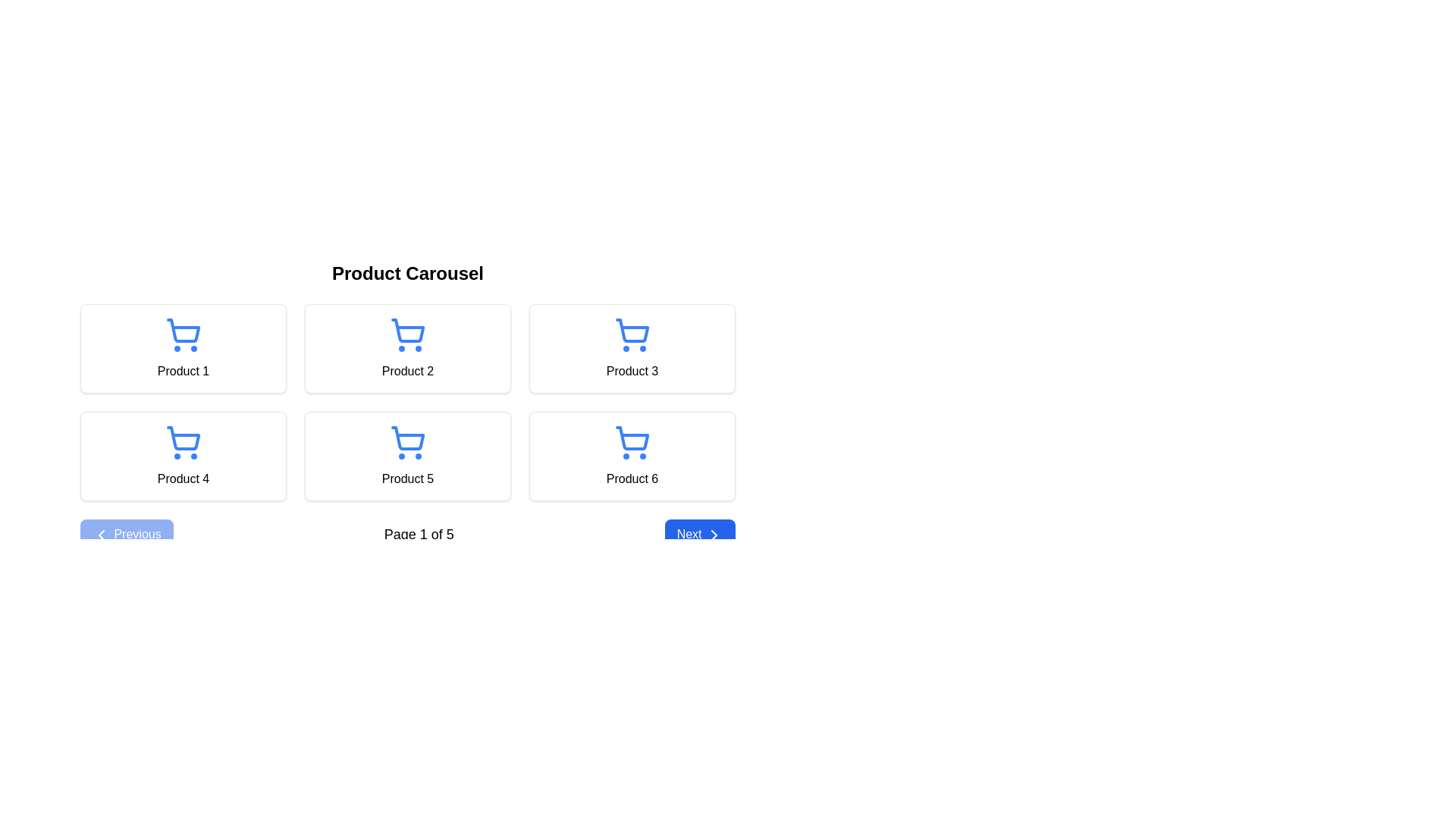  Describe the element at coordinates (632, 334) in the screenshot. I see `the blue shopping cart icon located at the top of the 'Product 3' card in the top-right corner of the grid` at that location.